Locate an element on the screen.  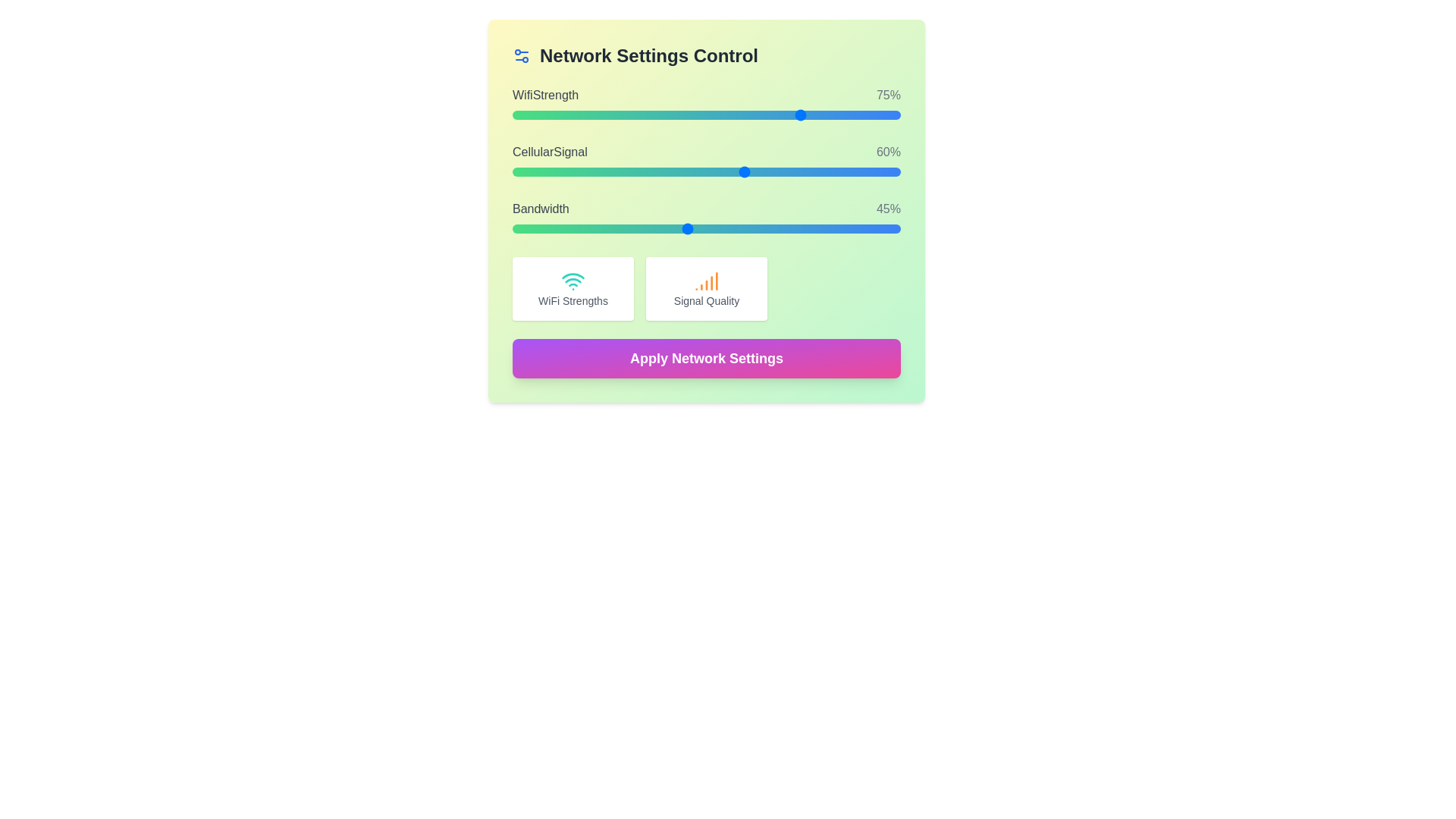
WiFi strength is located at coordinates (795, 114).